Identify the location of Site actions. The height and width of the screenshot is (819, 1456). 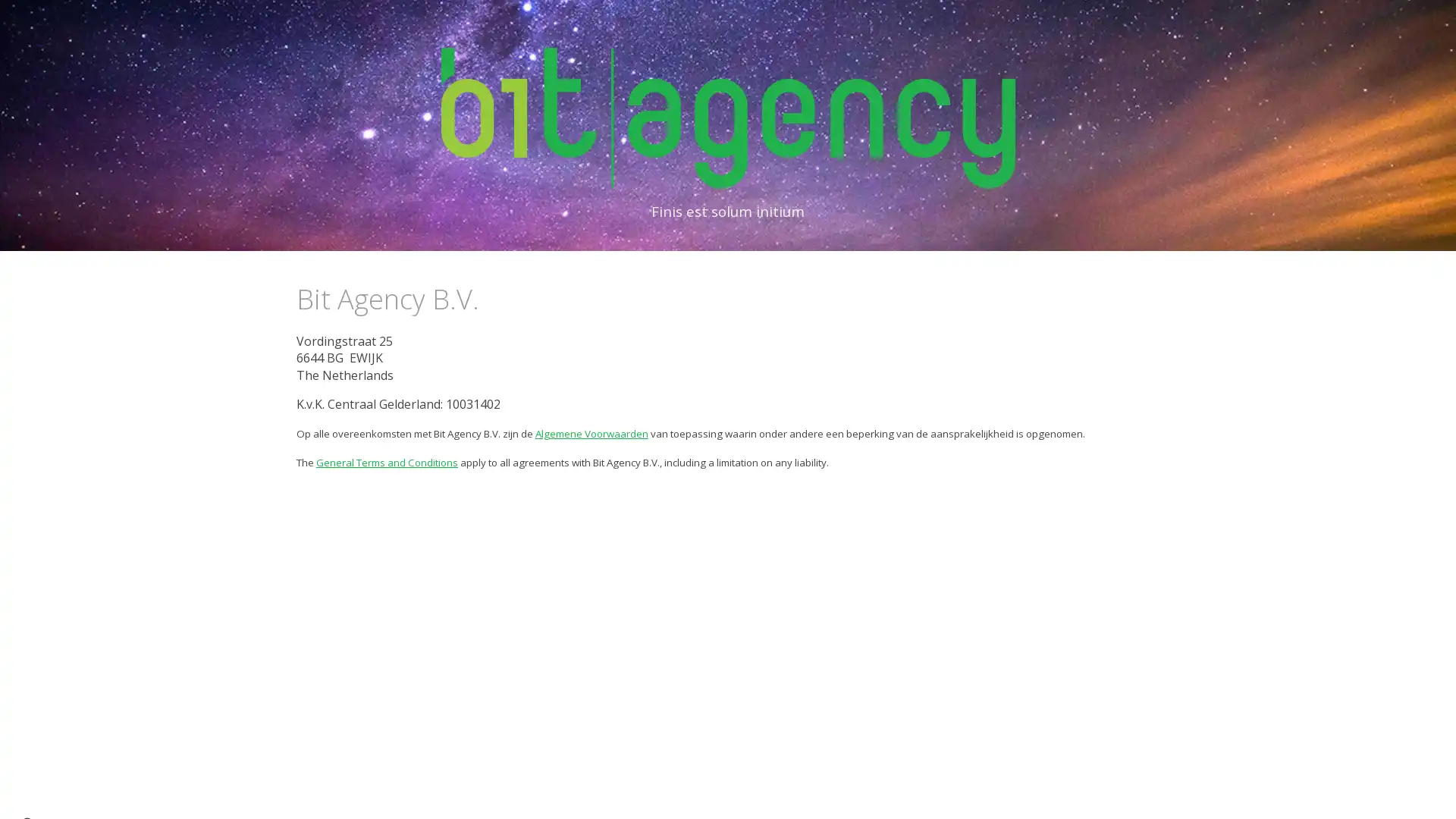
(27, 792).